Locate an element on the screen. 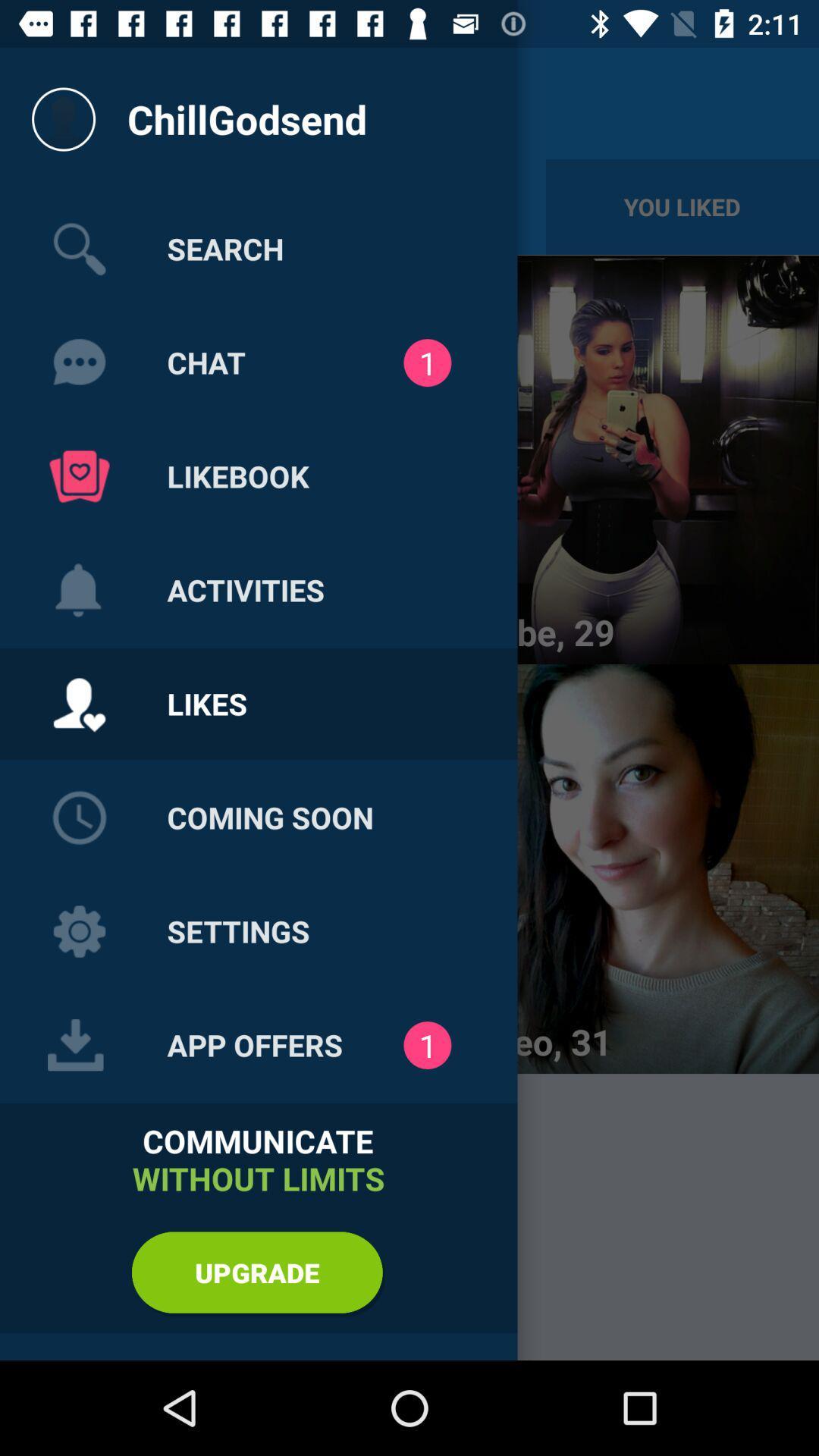  the chat icon is located at coordinates (79, 362).